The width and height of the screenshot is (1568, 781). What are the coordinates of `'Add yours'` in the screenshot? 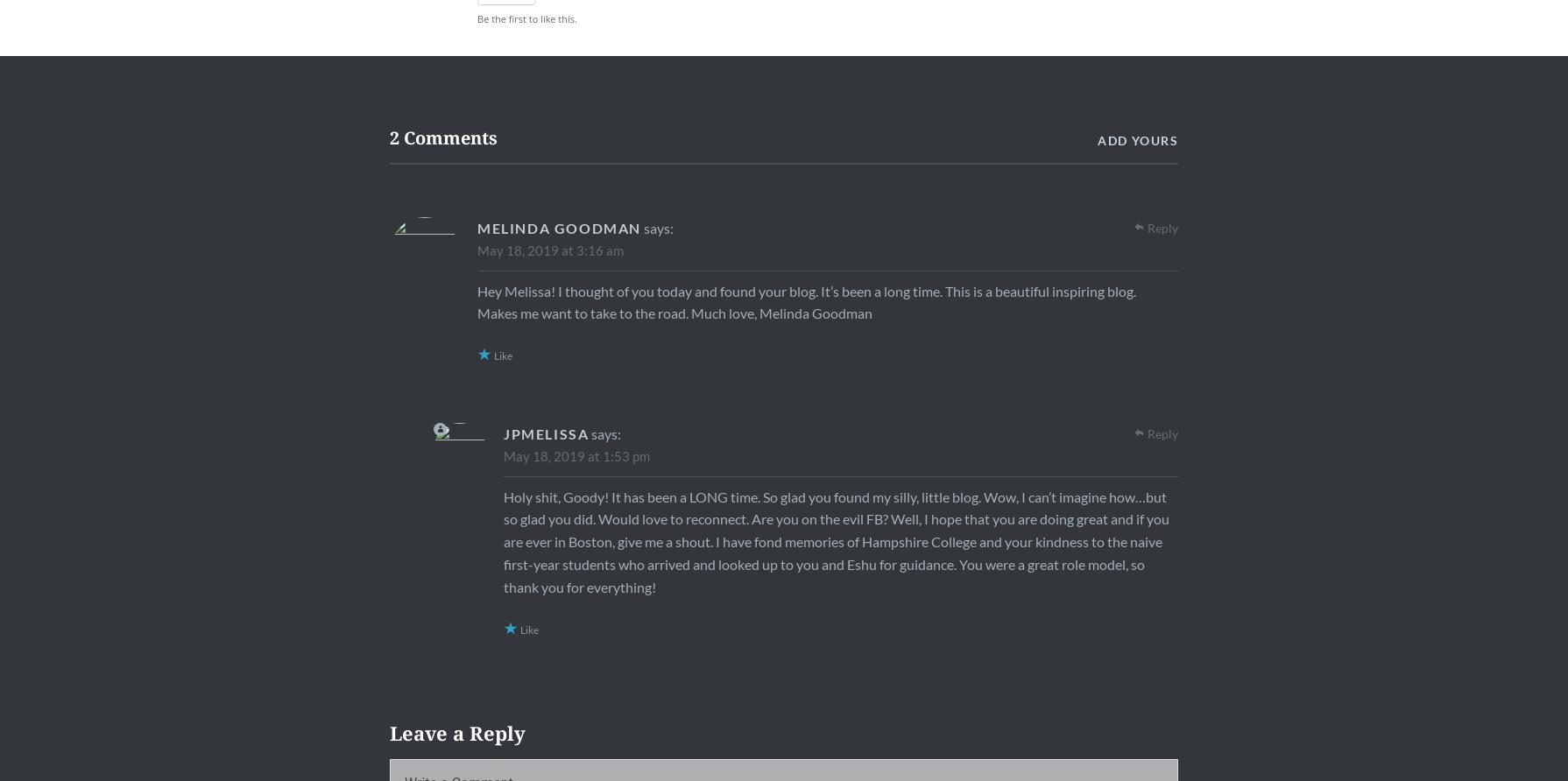 It's located at (1138, 138).